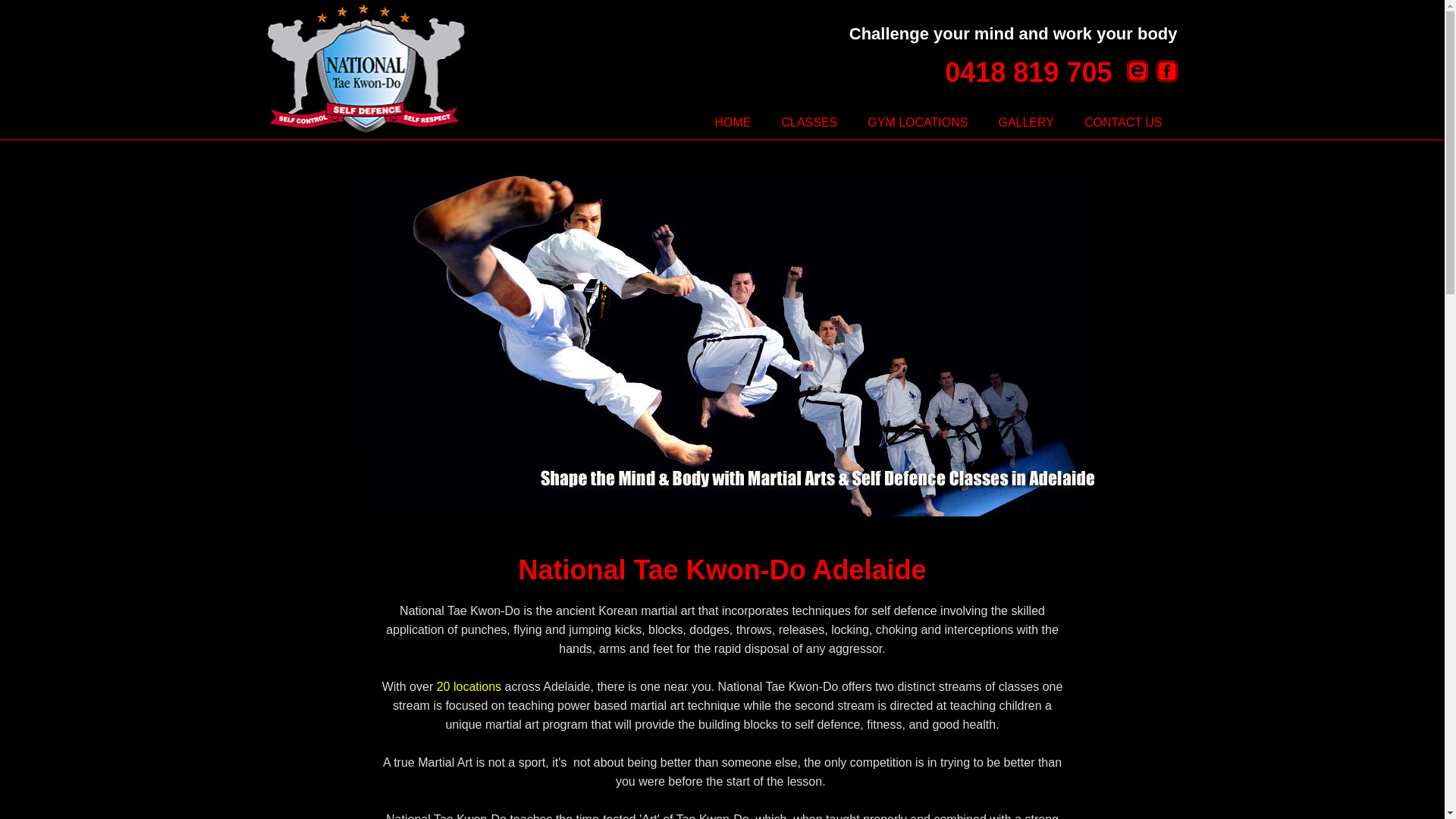  I want to click on 'GALLERY', so click(1026, 122).